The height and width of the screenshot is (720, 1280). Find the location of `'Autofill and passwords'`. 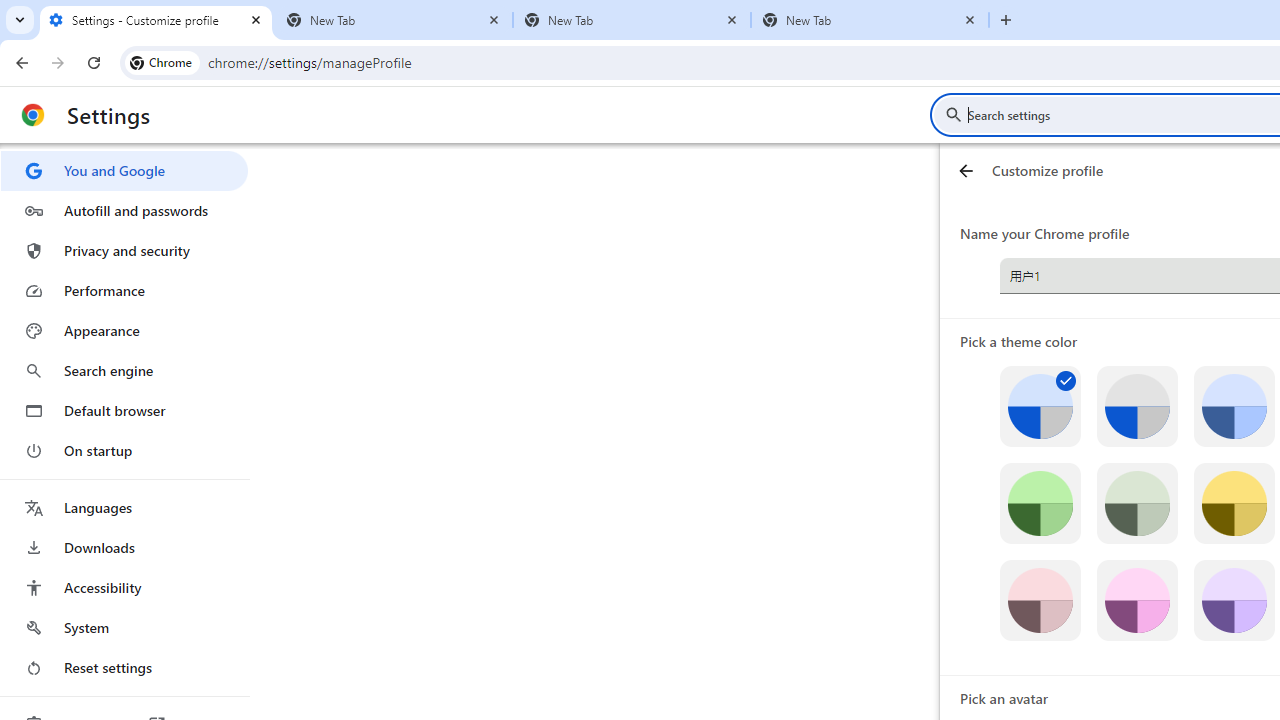

'Autofill and passwords' is located at coordinates (123, 210).